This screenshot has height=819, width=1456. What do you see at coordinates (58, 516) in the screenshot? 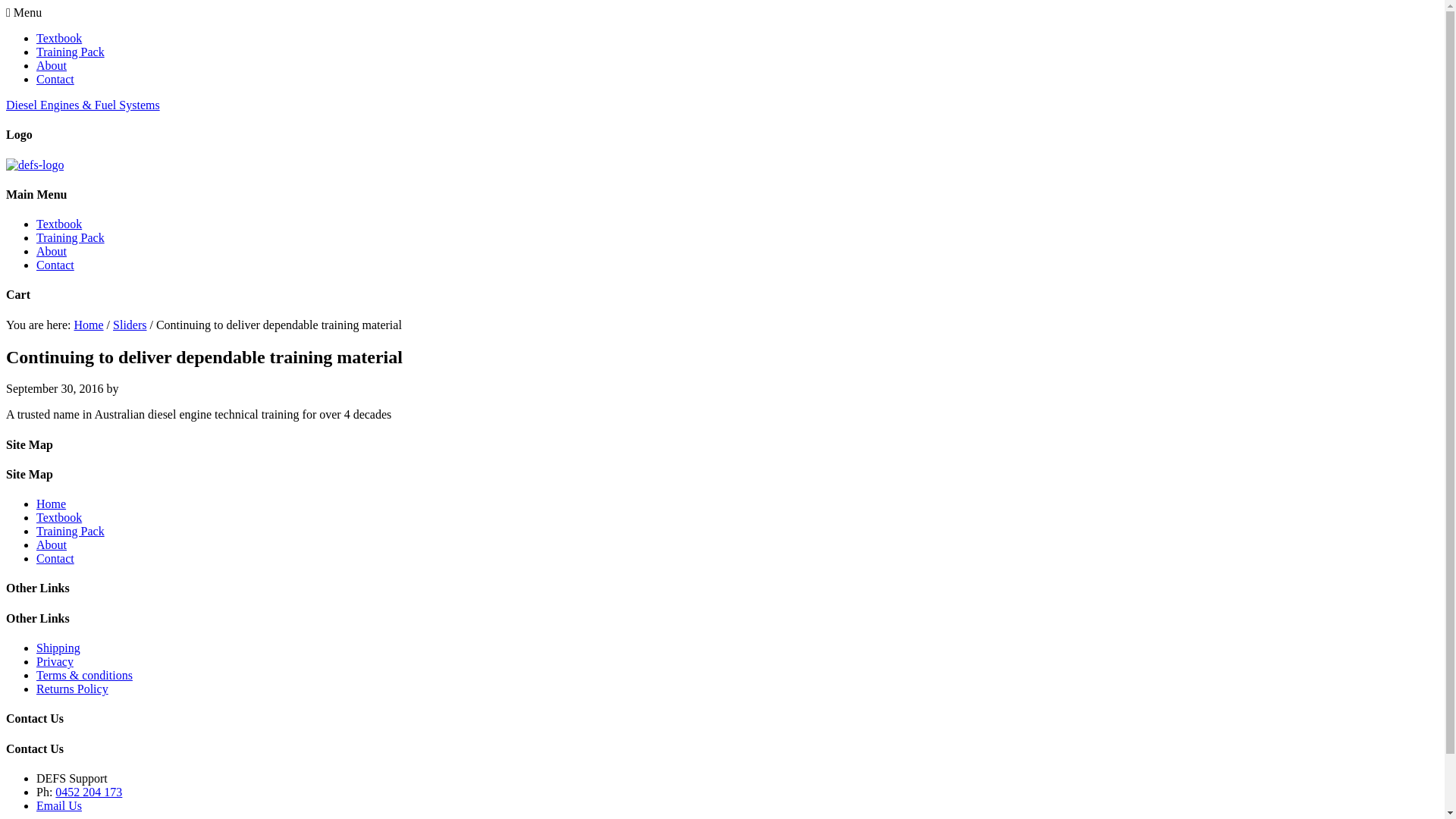
I see `'Textbook'` at bounding box center [58, 516].